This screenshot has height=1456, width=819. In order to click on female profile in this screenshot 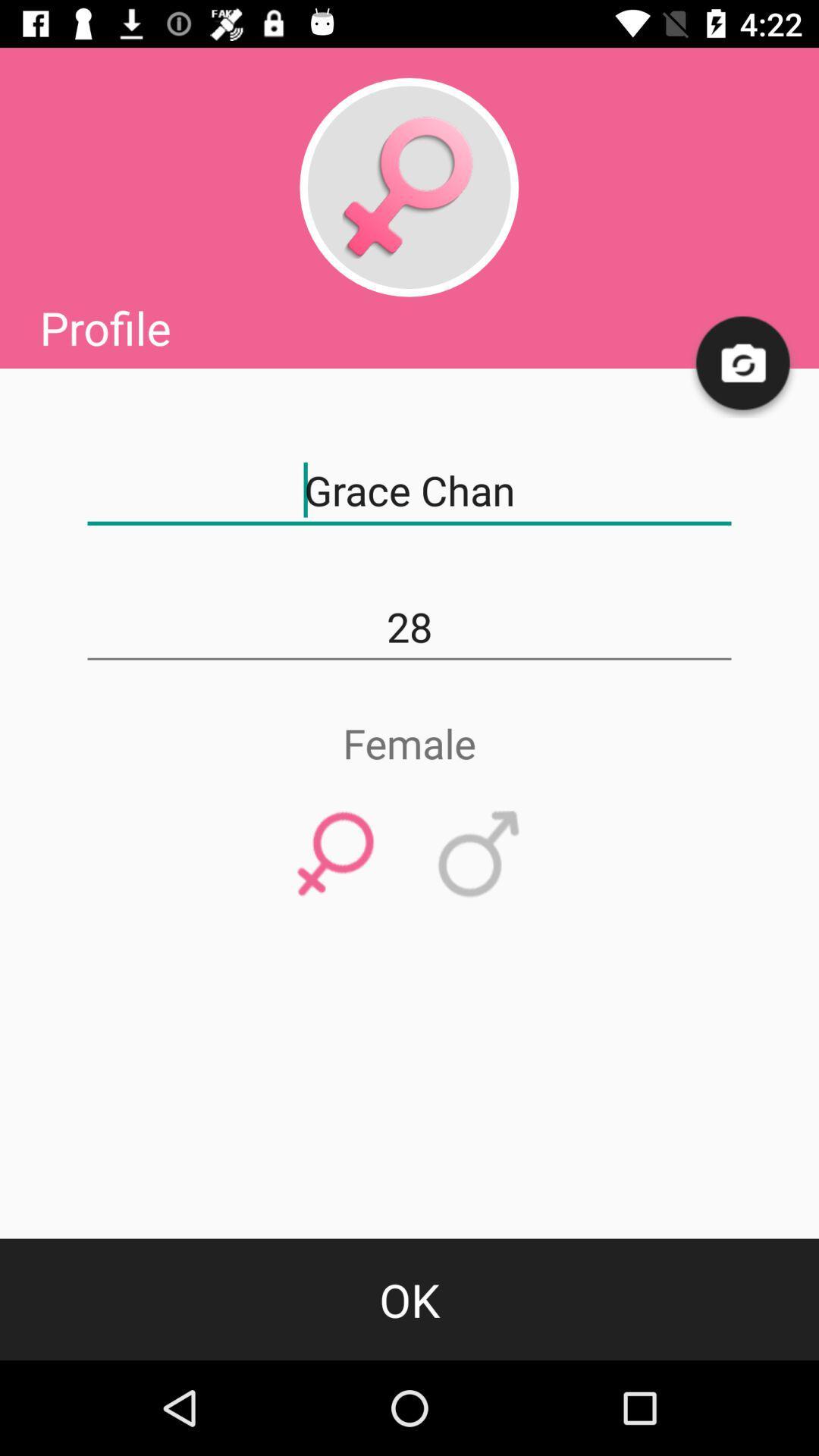, I will do `click(408, 187)`.